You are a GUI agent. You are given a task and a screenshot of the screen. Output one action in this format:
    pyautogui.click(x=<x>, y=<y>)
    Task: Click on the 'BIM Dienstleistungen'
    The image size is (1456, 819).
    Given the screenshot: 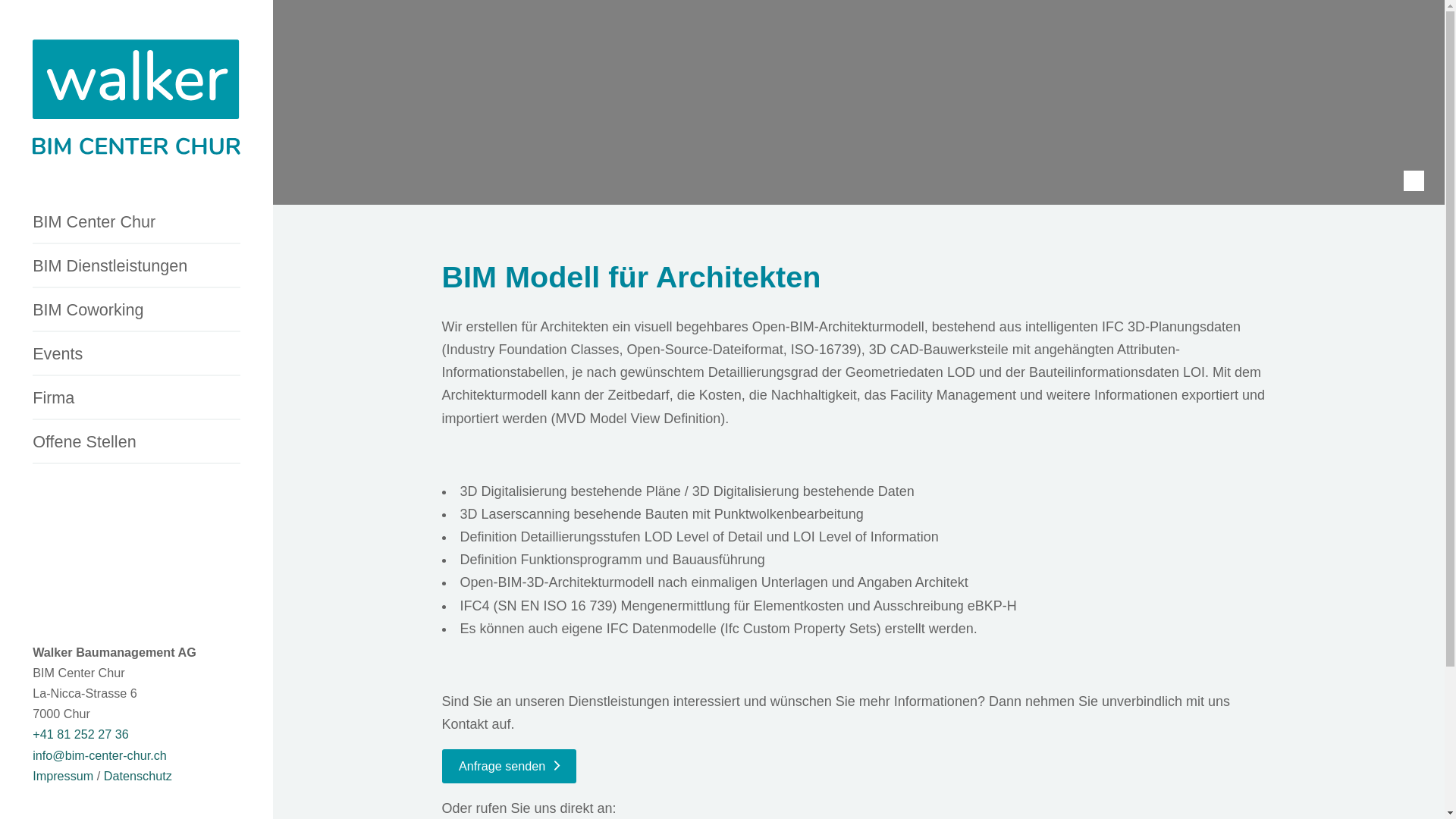 What is the action you would take?
    pyautogui.click(x=136, y=265)
    